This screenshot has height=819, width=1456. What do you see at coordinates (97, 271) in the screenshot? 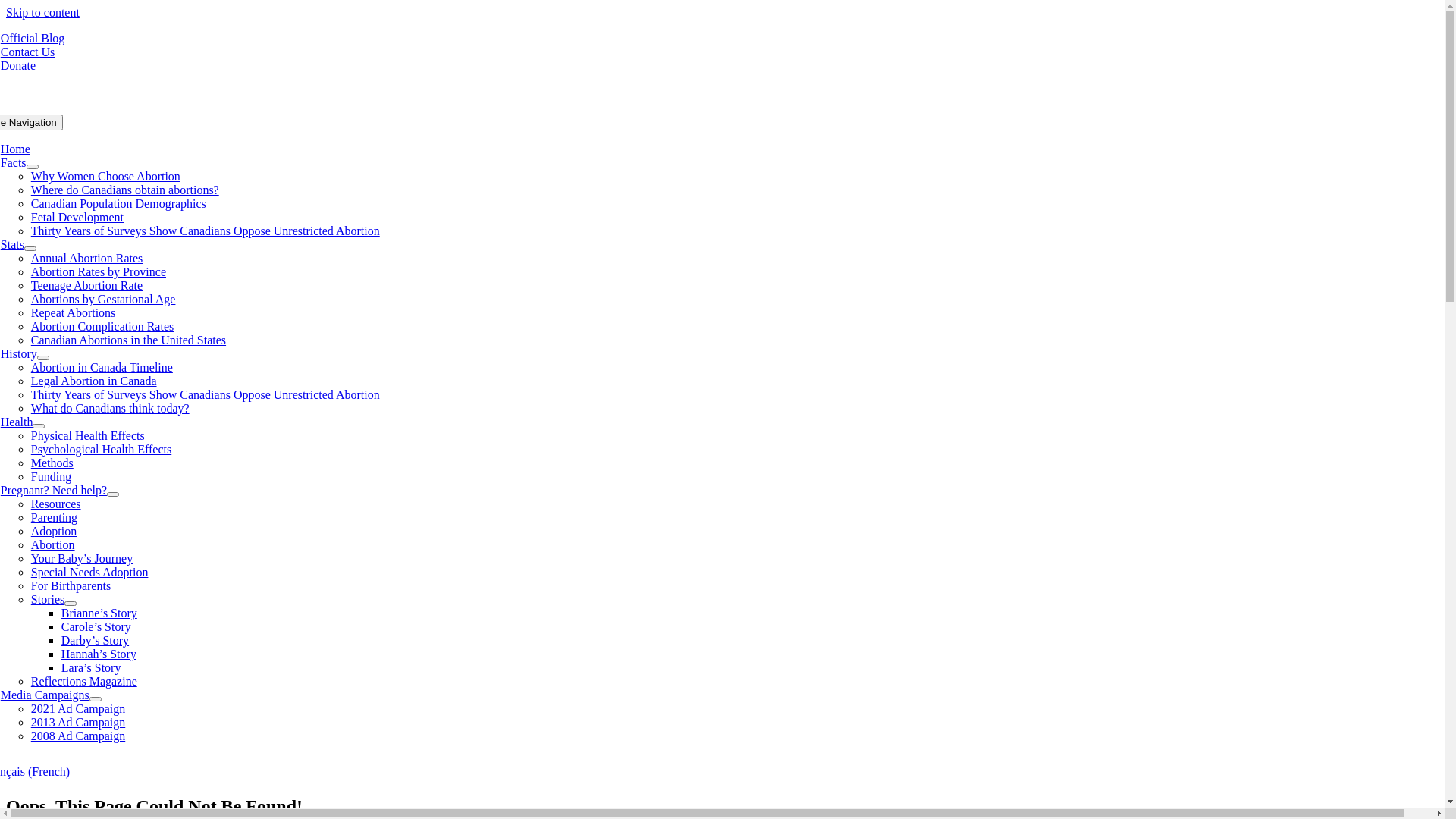
I see `'Abortion Rates by Province'` at bounding box center [97, 271].